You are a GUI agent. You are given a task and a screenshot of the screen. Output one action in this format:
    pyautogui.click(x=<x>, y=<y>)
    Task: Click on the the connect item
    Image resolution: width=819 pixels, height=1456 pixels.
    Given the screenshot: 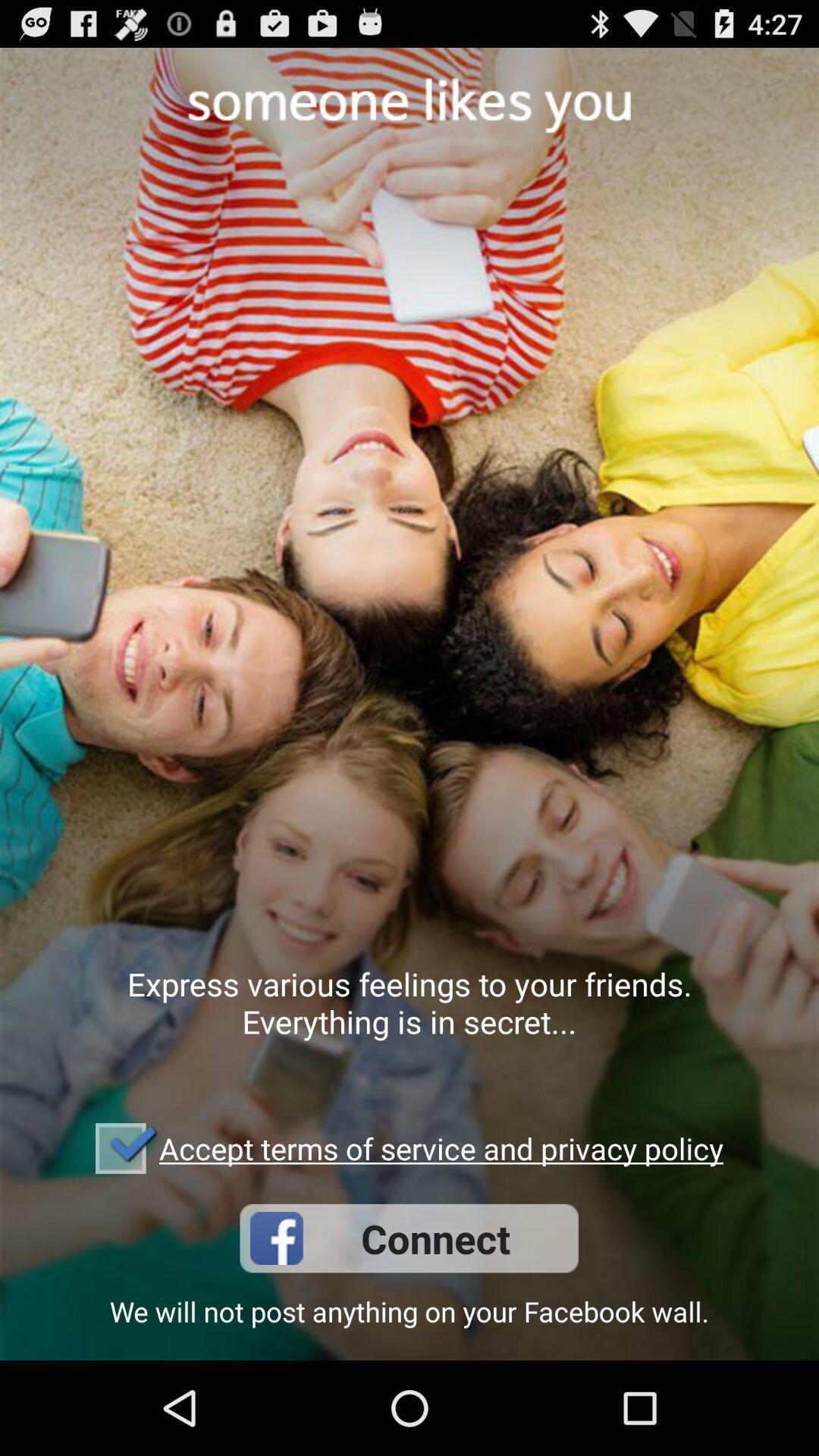 What is the action you would take?
    pyautogui.click(x=408, y=1238)
    